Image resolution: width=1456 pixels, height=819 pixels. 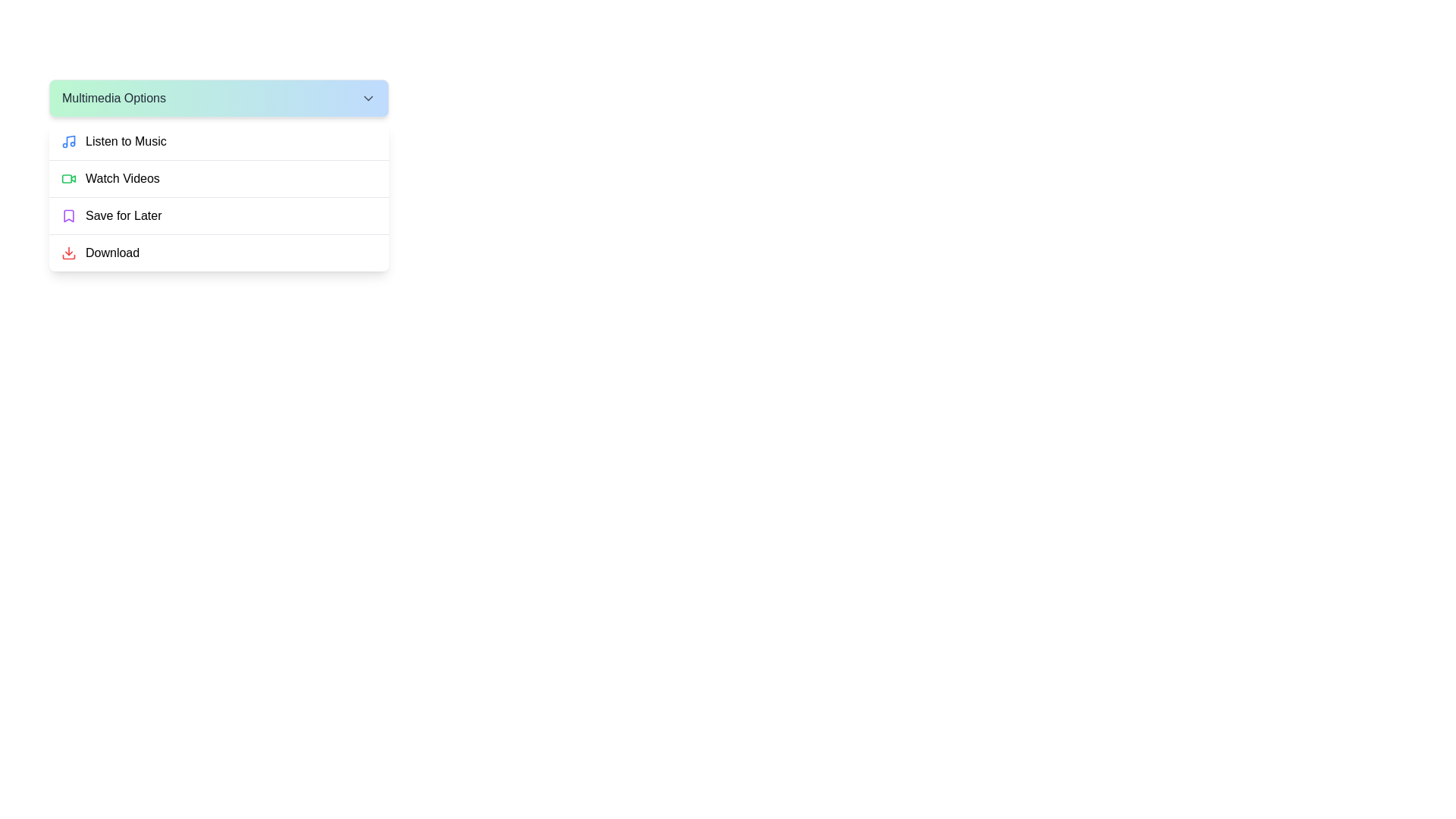 What do you see at coordinates (218, 215) in the screenshot?
I see `the third menu option in the 'Multimedia Options' section, which is located below 'Watch Videos' and above 'Download'` at bounding box center [218, 215].